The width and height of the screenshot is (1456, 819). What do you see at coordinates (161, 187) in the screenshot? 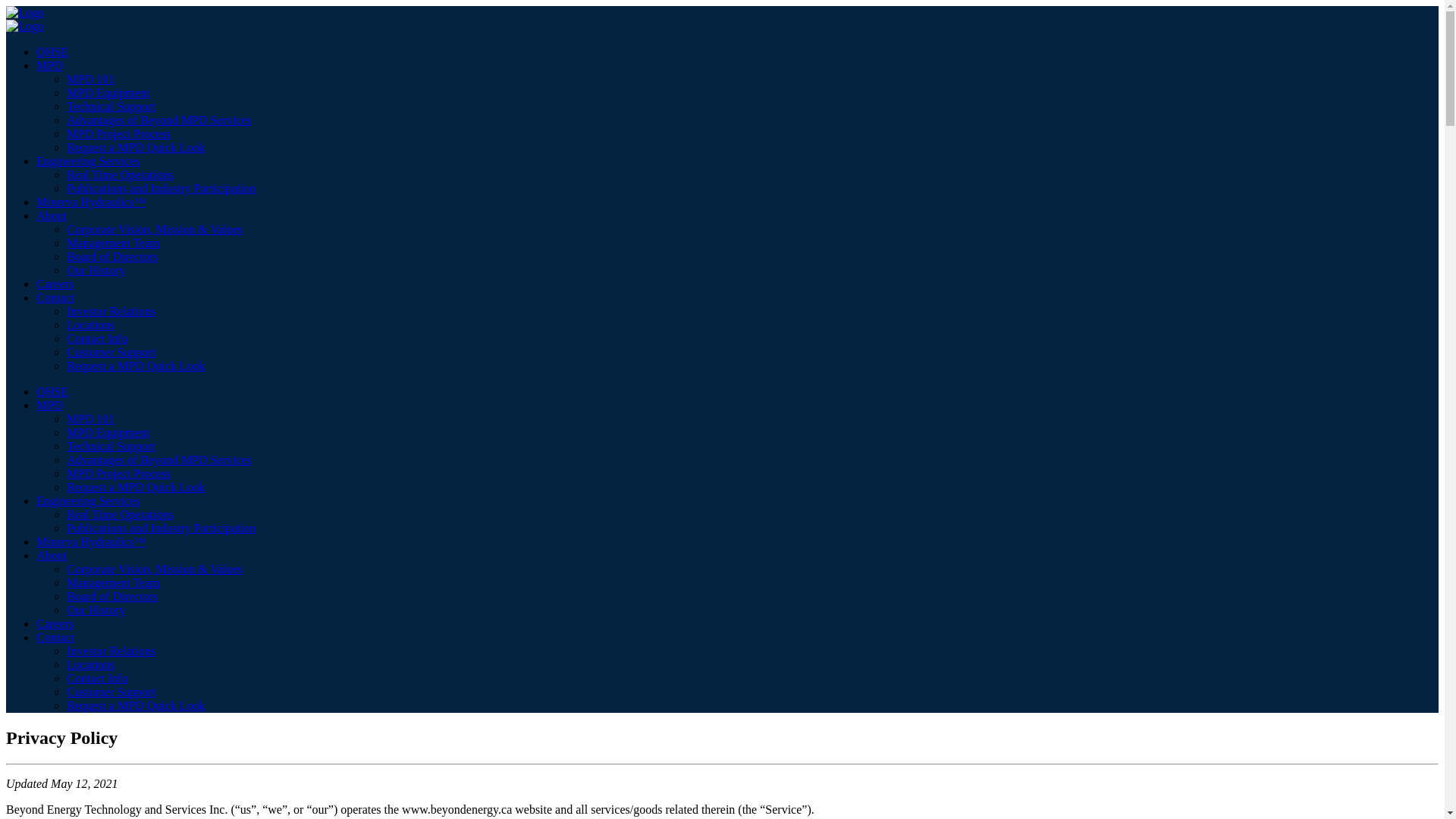
I see `'Publications and Industry Participation'` at bounding box center [161, 187].